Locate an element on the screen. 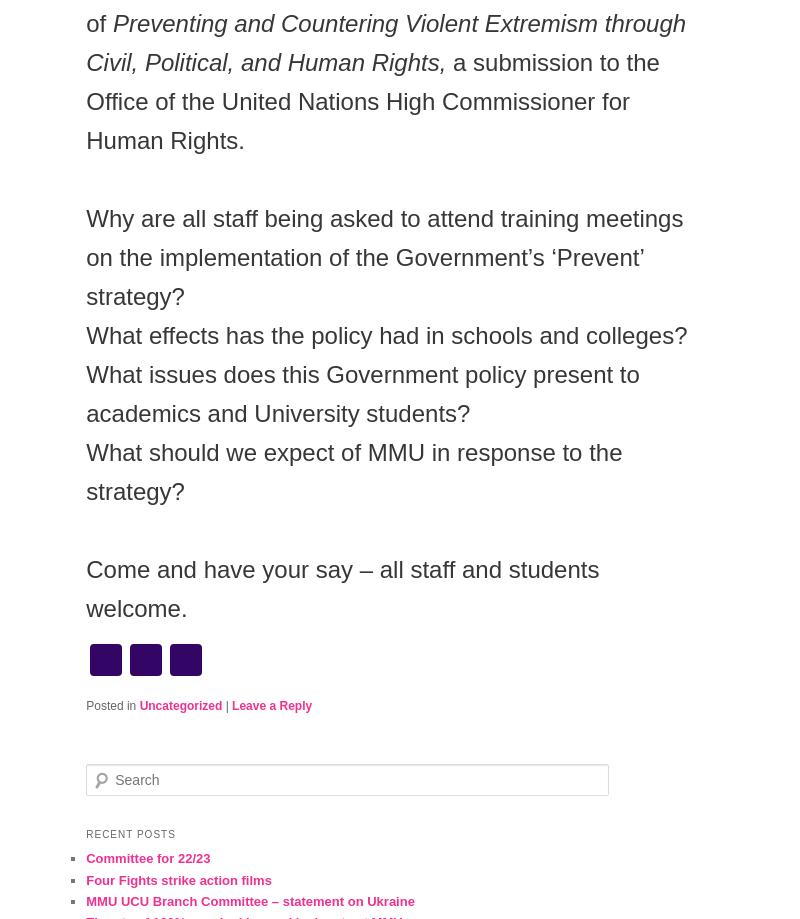 This screenshot has height=919, width=800. 'Four Fights strike action films' is located at coordinates (86, 878).